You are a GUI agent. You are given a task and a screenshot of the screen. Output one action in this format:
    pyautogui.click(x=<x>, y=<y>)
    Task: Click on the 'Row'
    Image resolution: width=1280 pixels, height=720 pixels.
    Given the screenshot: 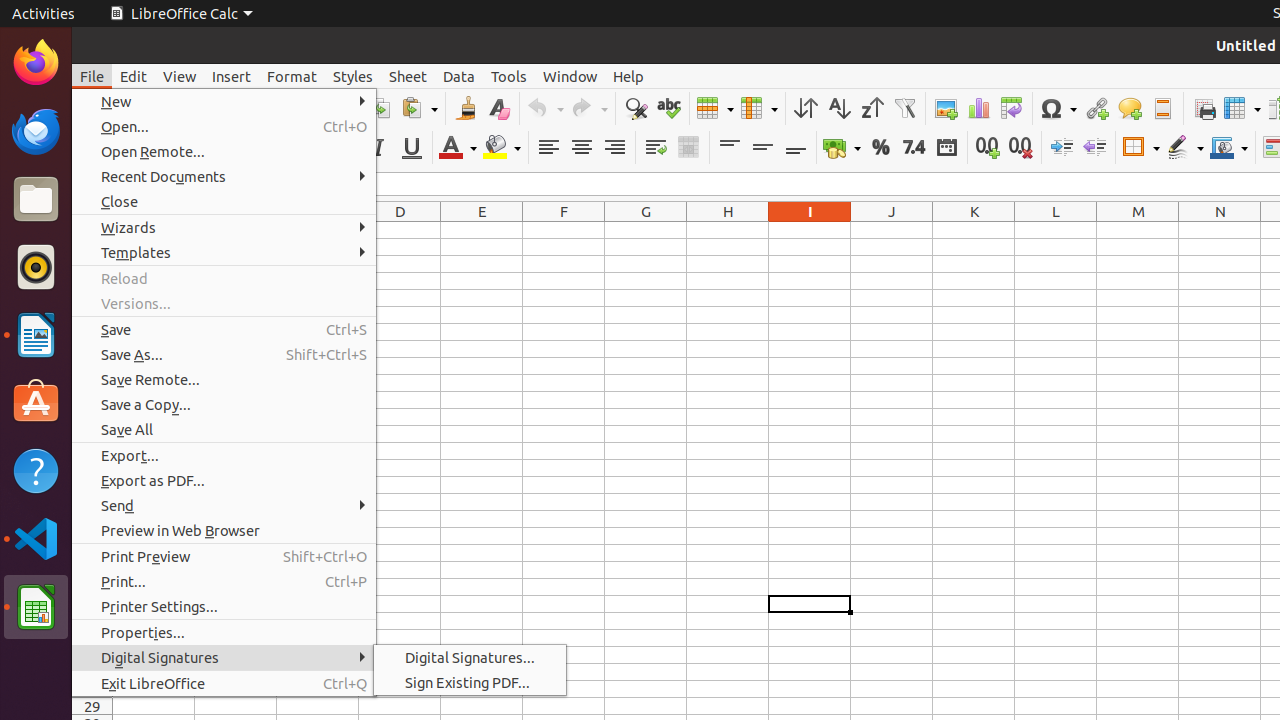 What is the action you would take?
    pyautogui.click(x=715, y=108)
    